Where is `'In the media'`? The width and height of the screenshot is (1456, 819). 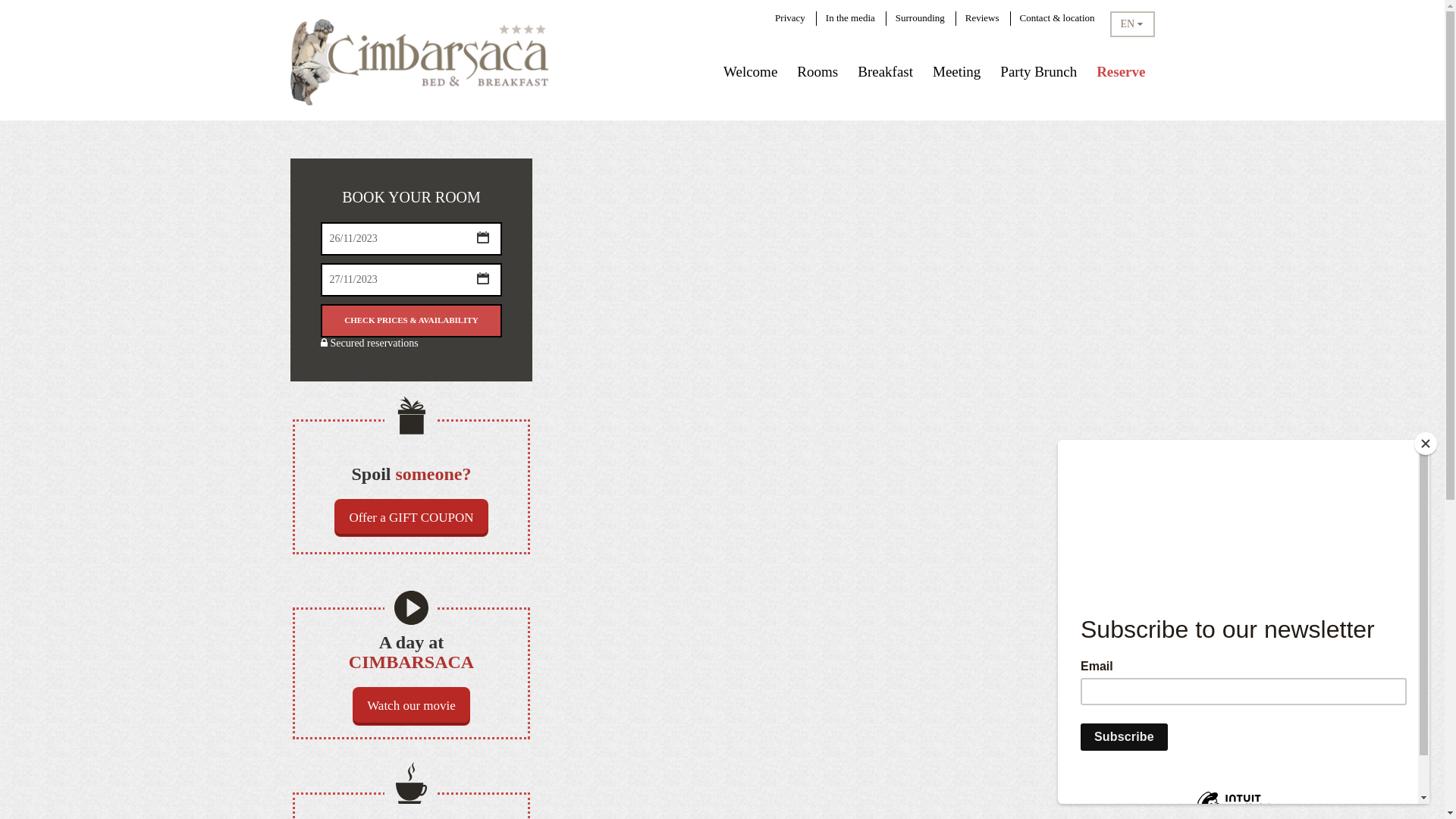 'In the media' is located at coordinates (850, 18).